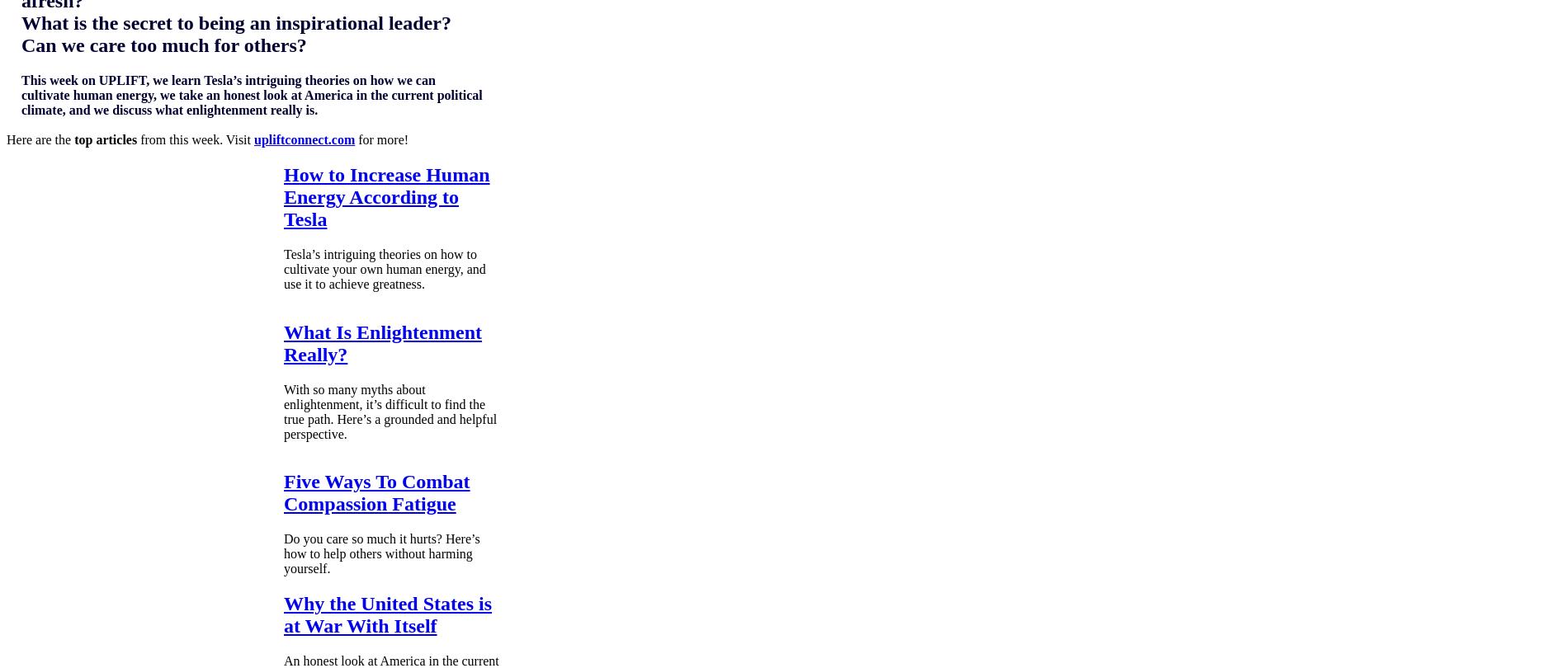 The width and height of the screenshot is (1568, 668). Describe the element at coordinates (385, 195) in the screenshot. I see `'How to Increase Human Energy According to Tesla'` at that location.